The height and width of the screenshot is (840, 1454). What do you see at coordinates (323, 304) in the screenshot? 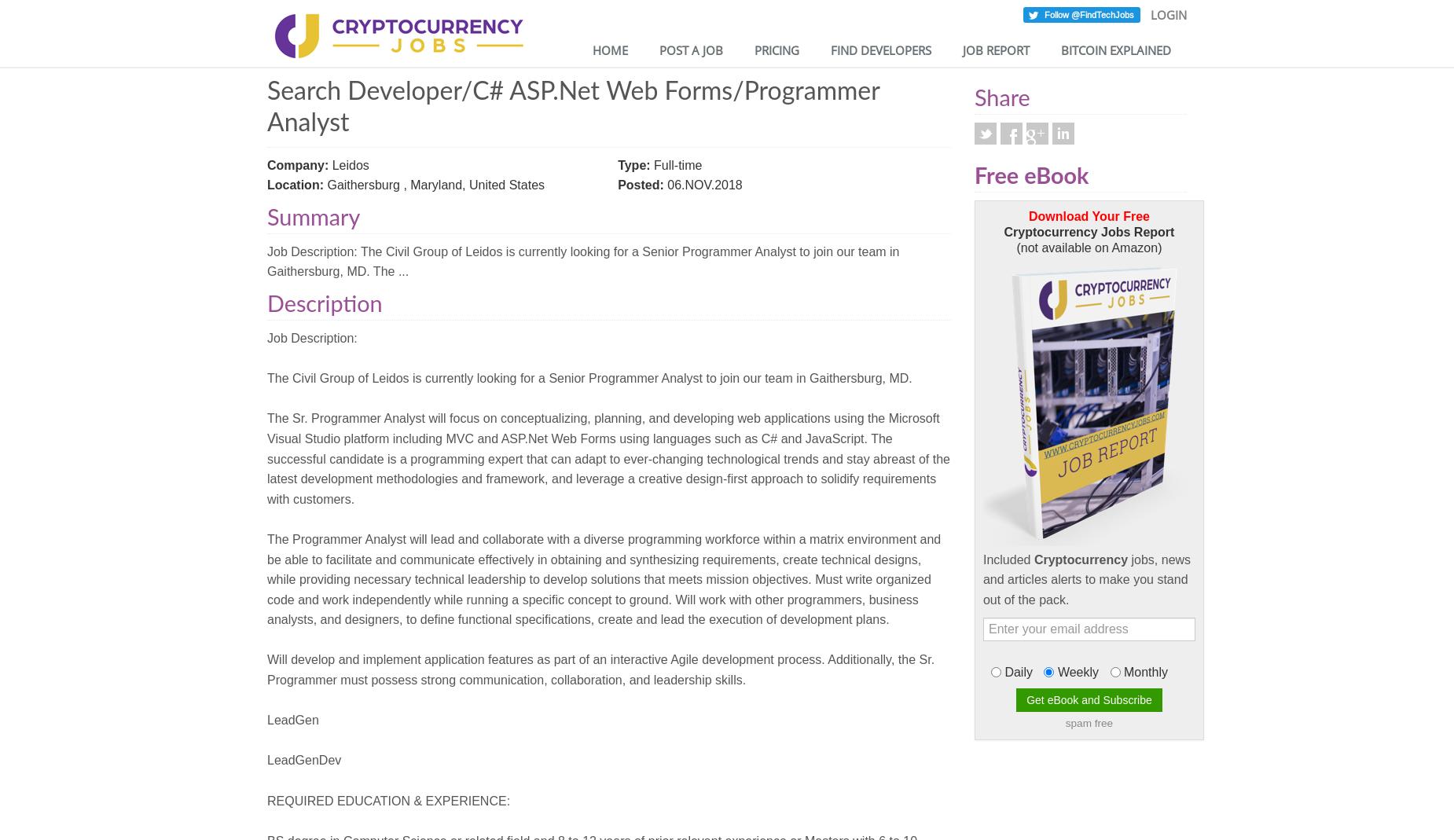
I see `'Description'` at bounding box center [323, 304].